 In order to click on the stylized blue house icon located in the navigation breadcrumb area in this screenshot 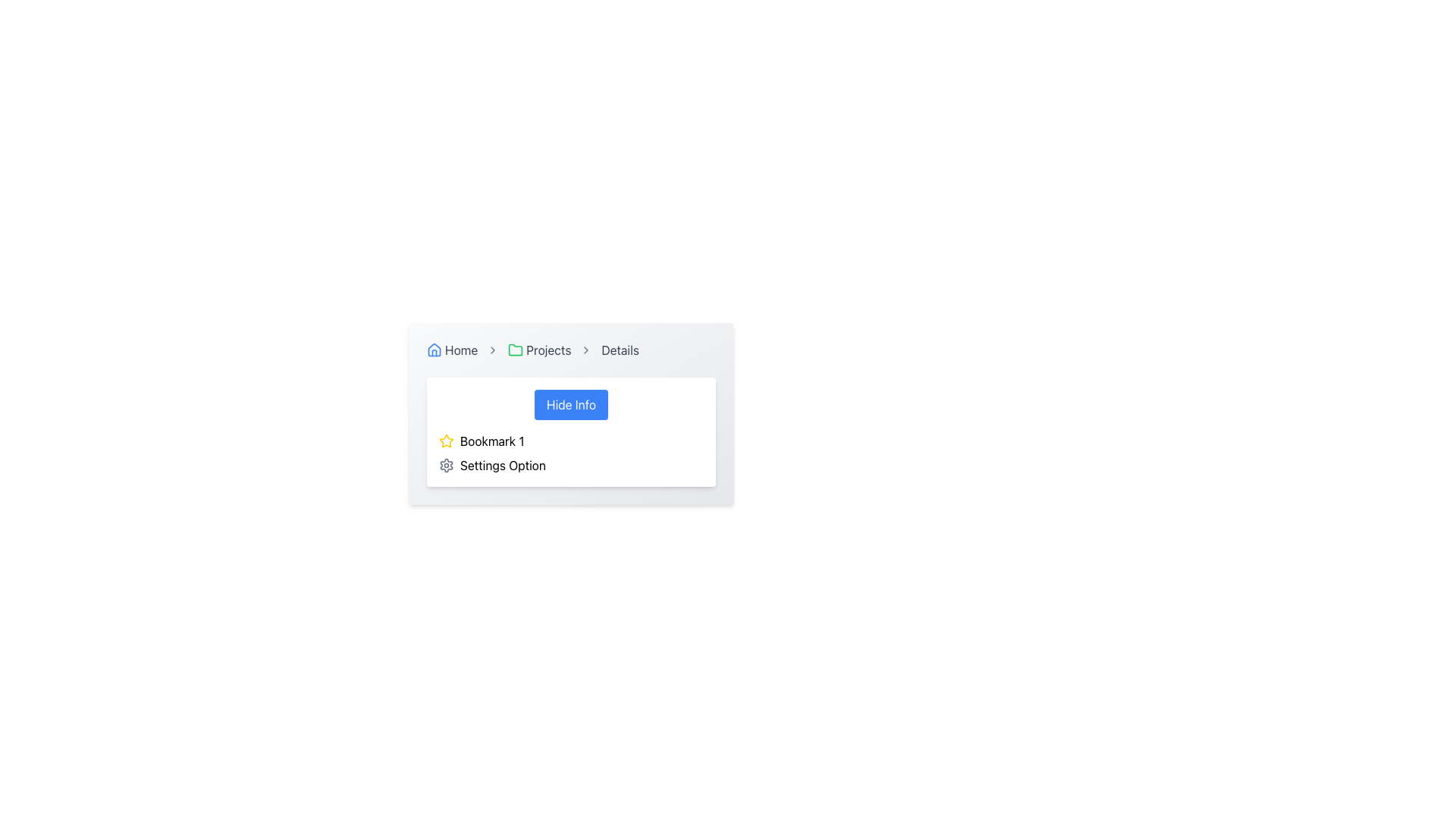, I will do `click(433, 350)`.